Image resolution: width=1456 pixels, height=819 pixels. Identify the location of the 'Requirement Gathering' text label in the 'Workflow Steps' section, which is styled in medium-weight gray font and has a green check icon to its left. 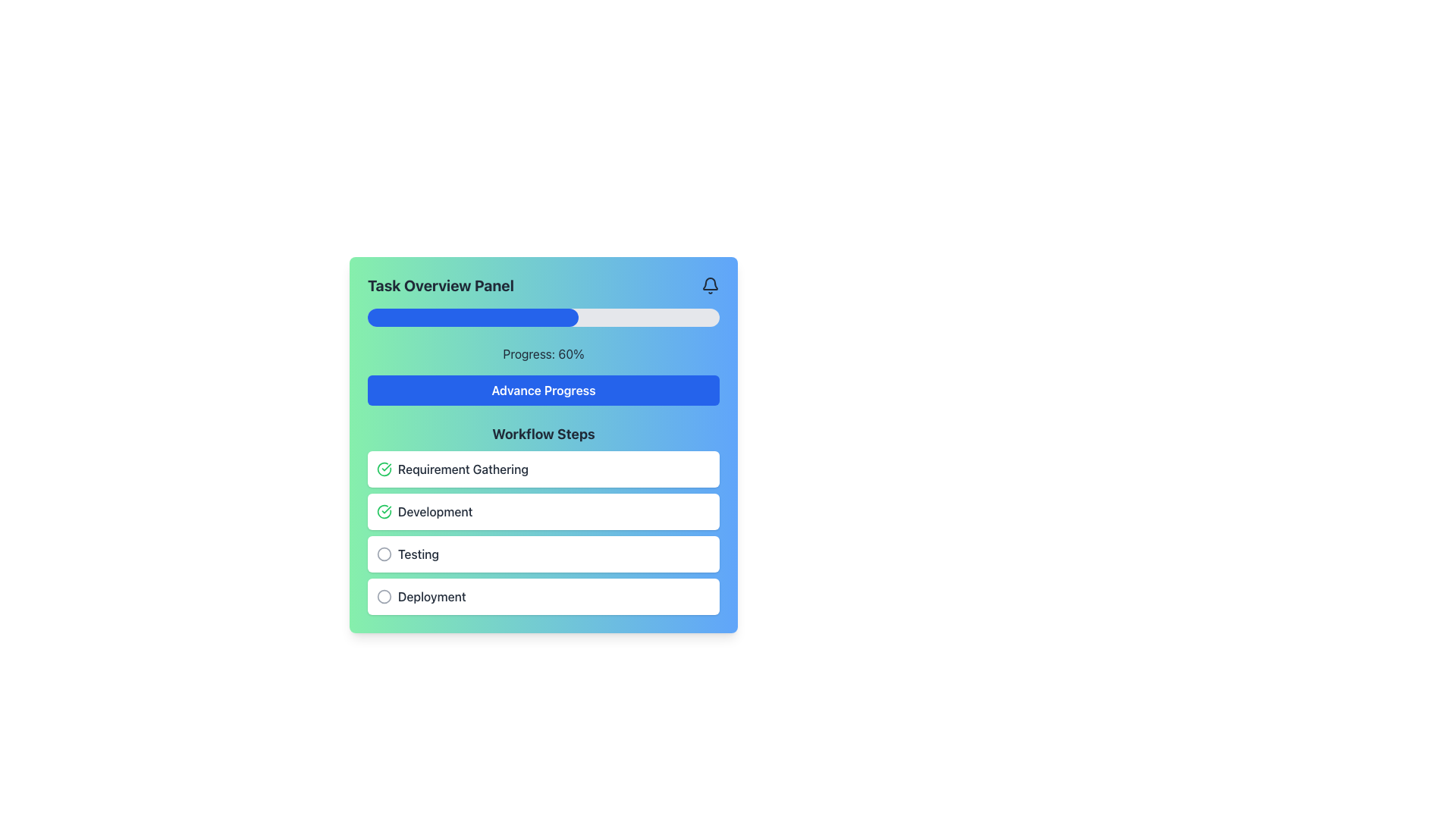
(462, 468).